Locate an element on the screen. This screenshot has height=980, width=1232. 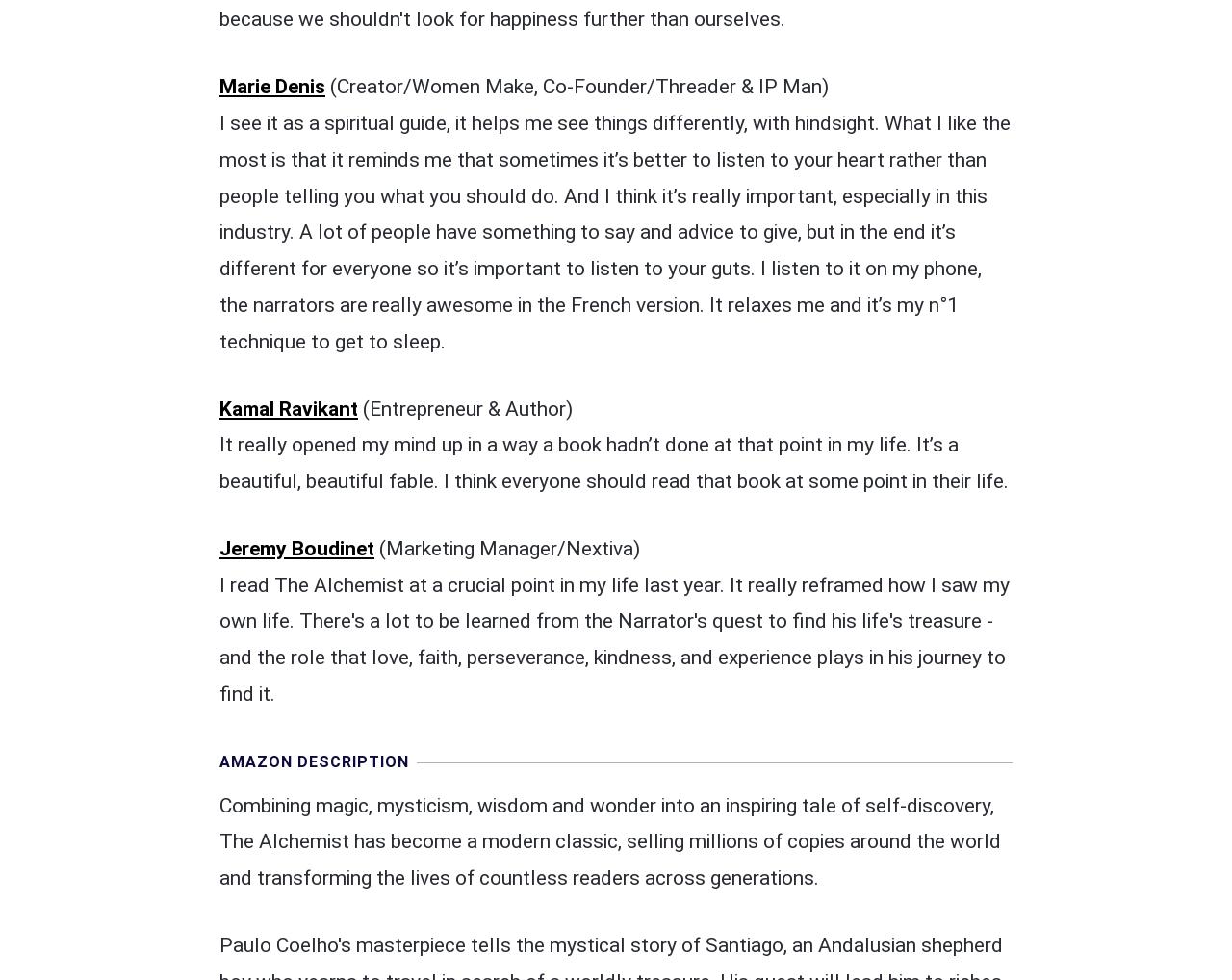
'Get this book on' is located at coordinates (526, 812).